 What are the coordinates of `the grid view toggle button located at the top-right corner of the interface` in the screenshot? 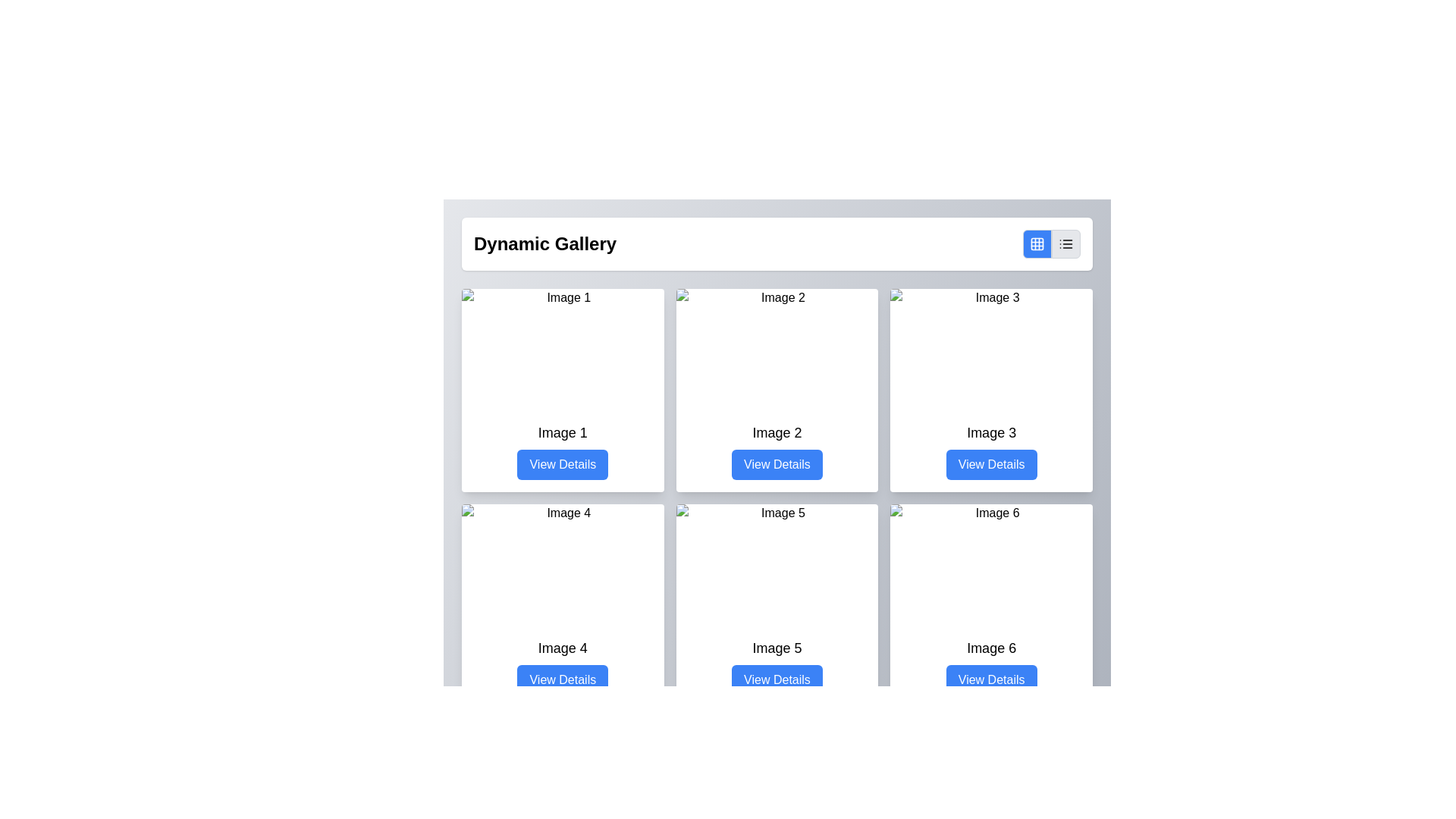 It's located at (1037, 243).